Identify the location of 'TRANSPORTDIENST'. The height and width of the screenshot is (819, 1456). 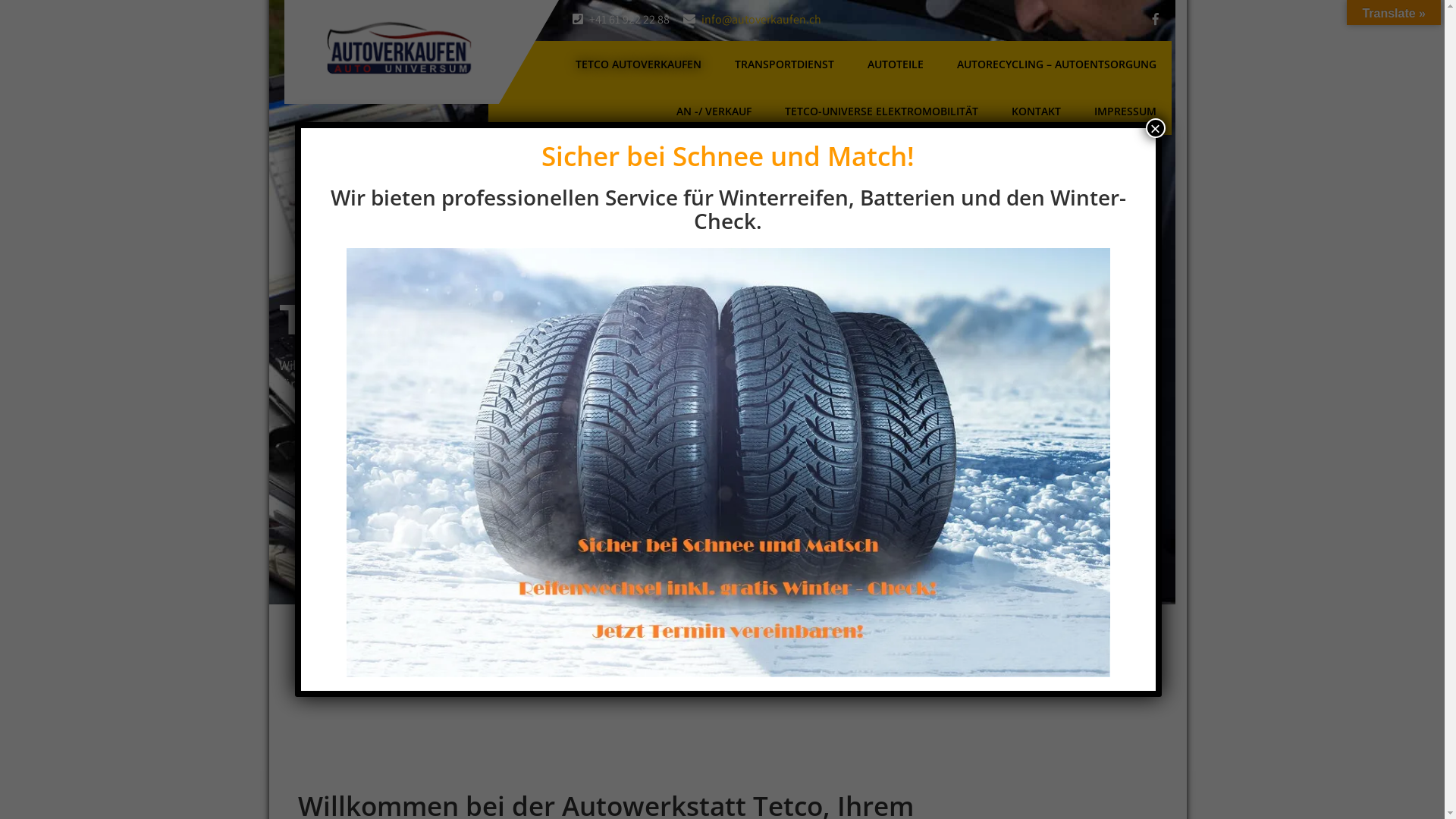
(784, 63).